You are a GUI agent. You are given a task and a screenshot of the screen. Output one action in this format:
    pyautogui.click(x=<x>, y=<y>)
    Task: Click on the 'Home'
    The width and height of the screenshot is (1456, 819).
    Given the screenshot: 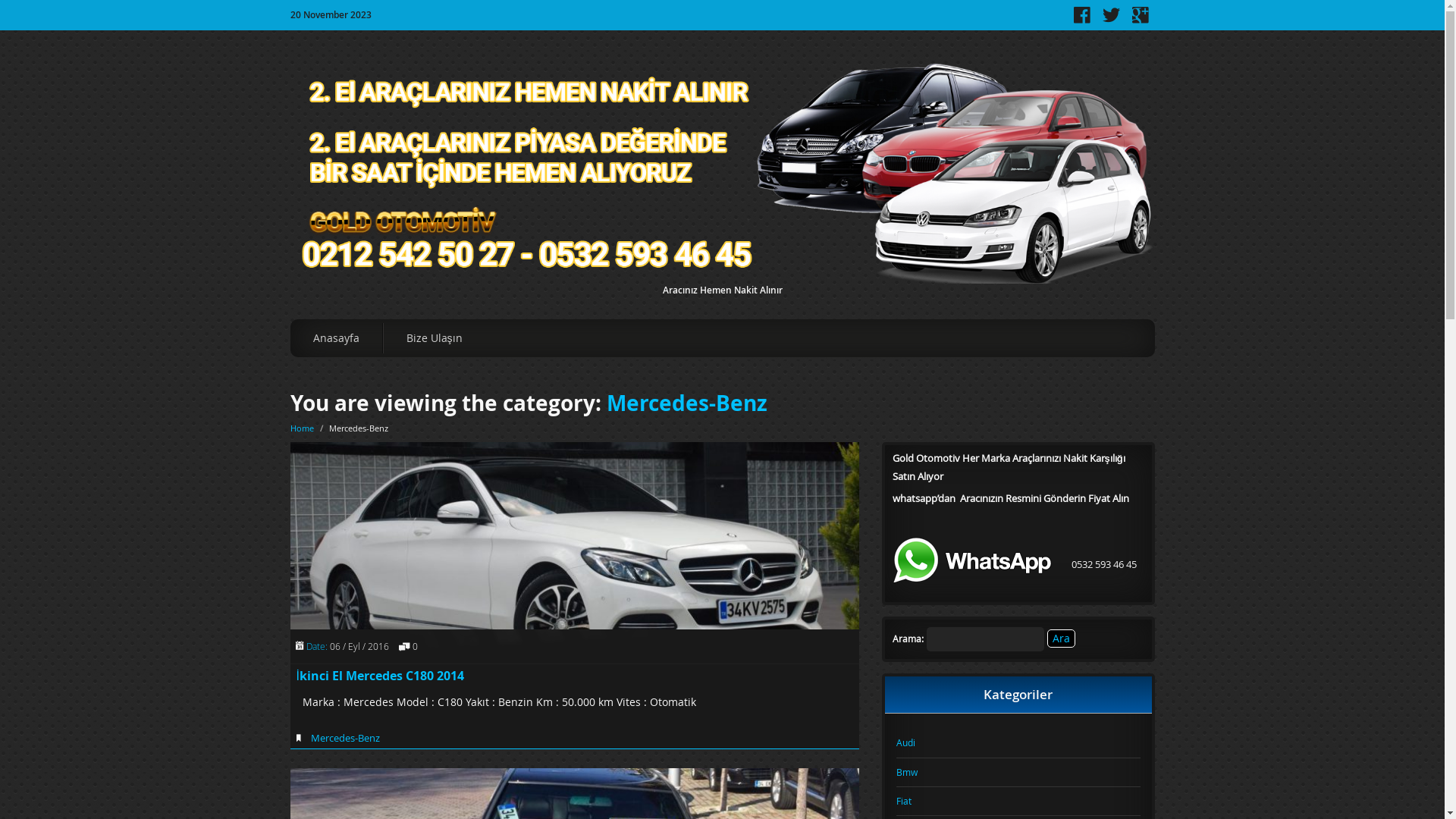 What is the action you would take?
    pyautogui.click(x=301, y=428)
    